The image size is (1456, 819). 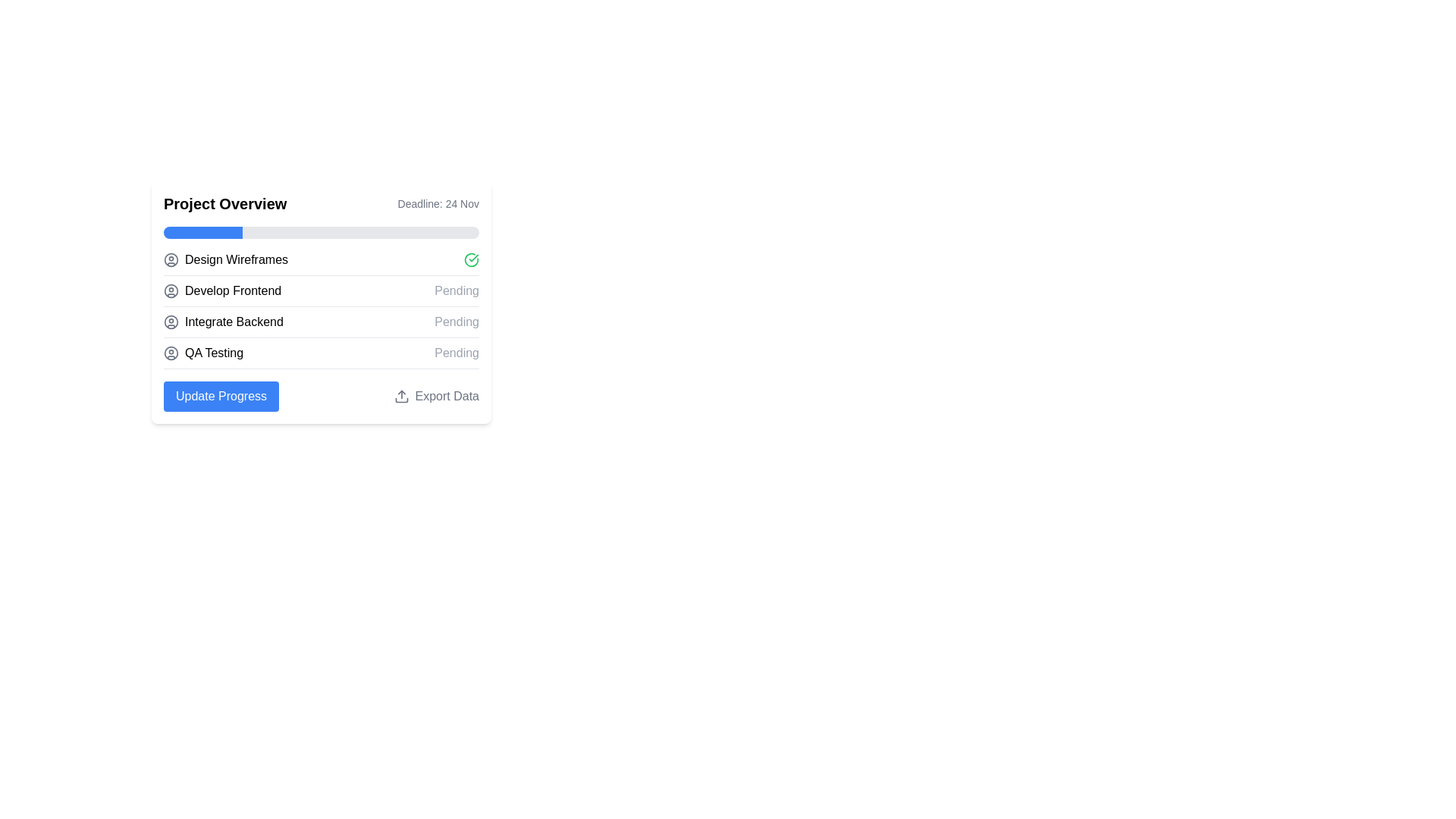 What do you see at coordinates (171, 291) in the screenshot?
I see `the icon that represents the 'Develop Frontend' task, located in the third row of icons on the leftmost side of the 'Project Overview' card` at bounding box center [171, 291].